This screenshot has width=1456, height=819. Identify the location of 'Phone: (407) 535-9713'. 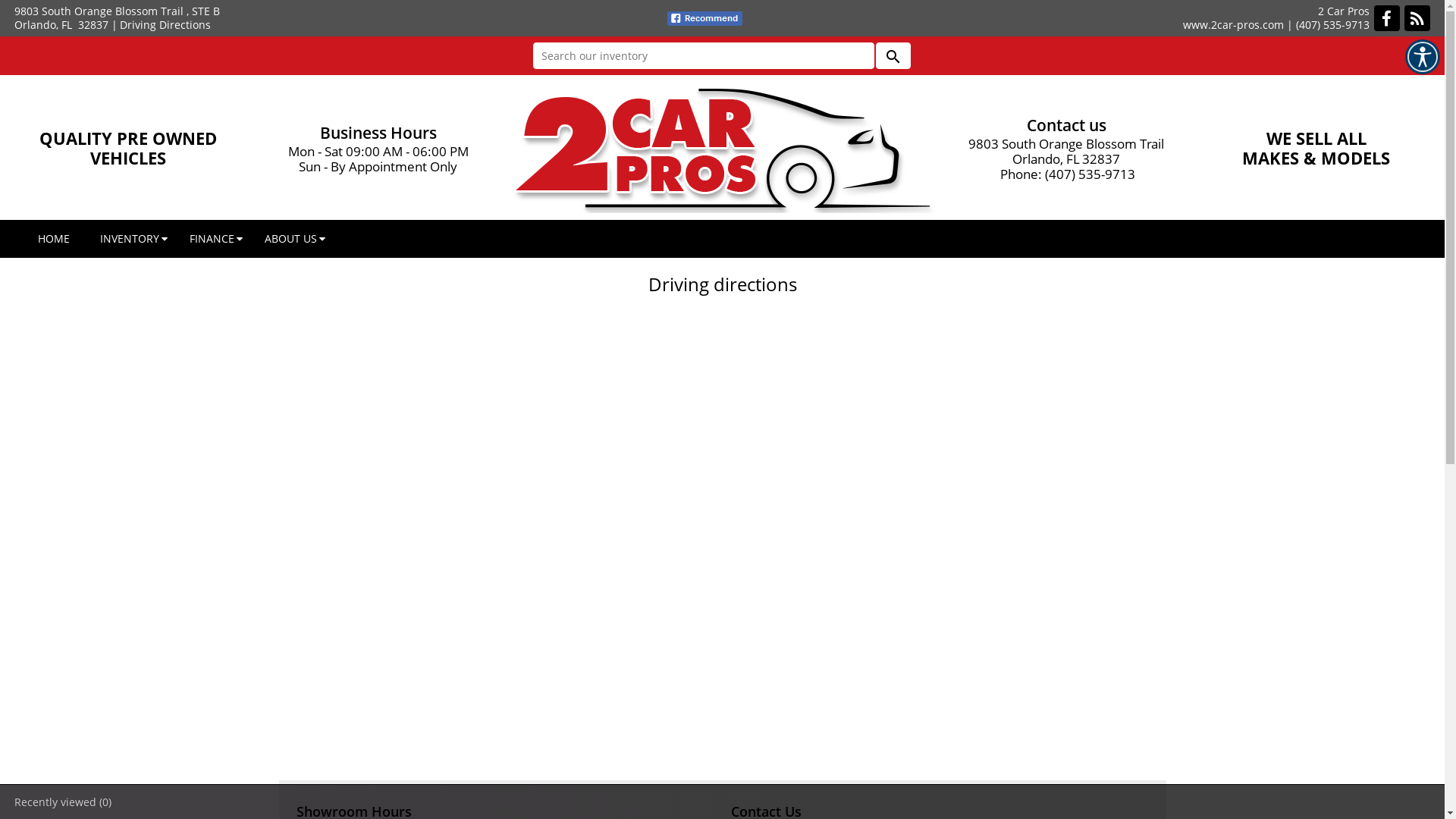
(1065, 173).